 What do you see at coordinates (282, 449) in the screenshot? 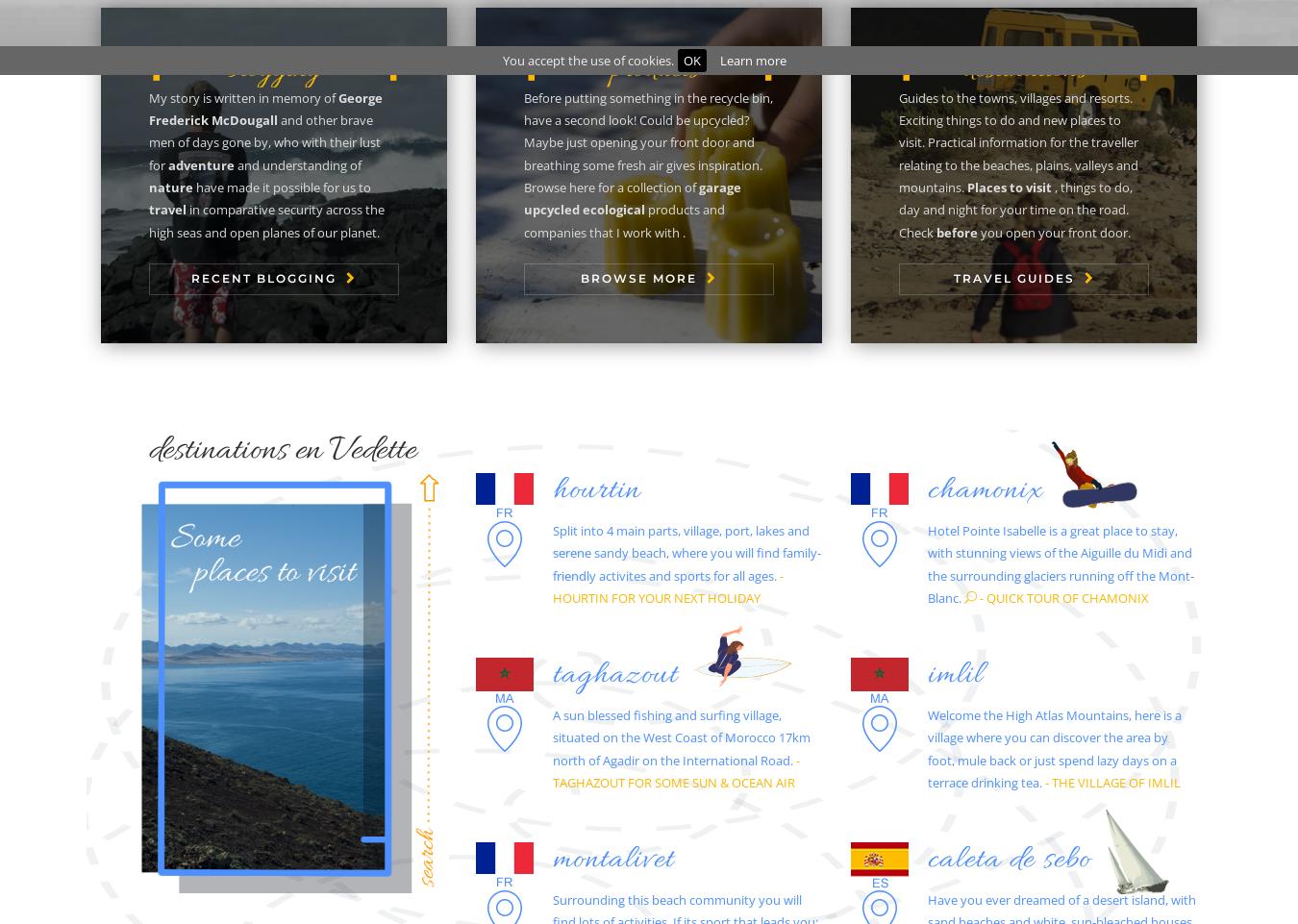
I see `'destinations en Vedette'` at bounding box center [282, 449].